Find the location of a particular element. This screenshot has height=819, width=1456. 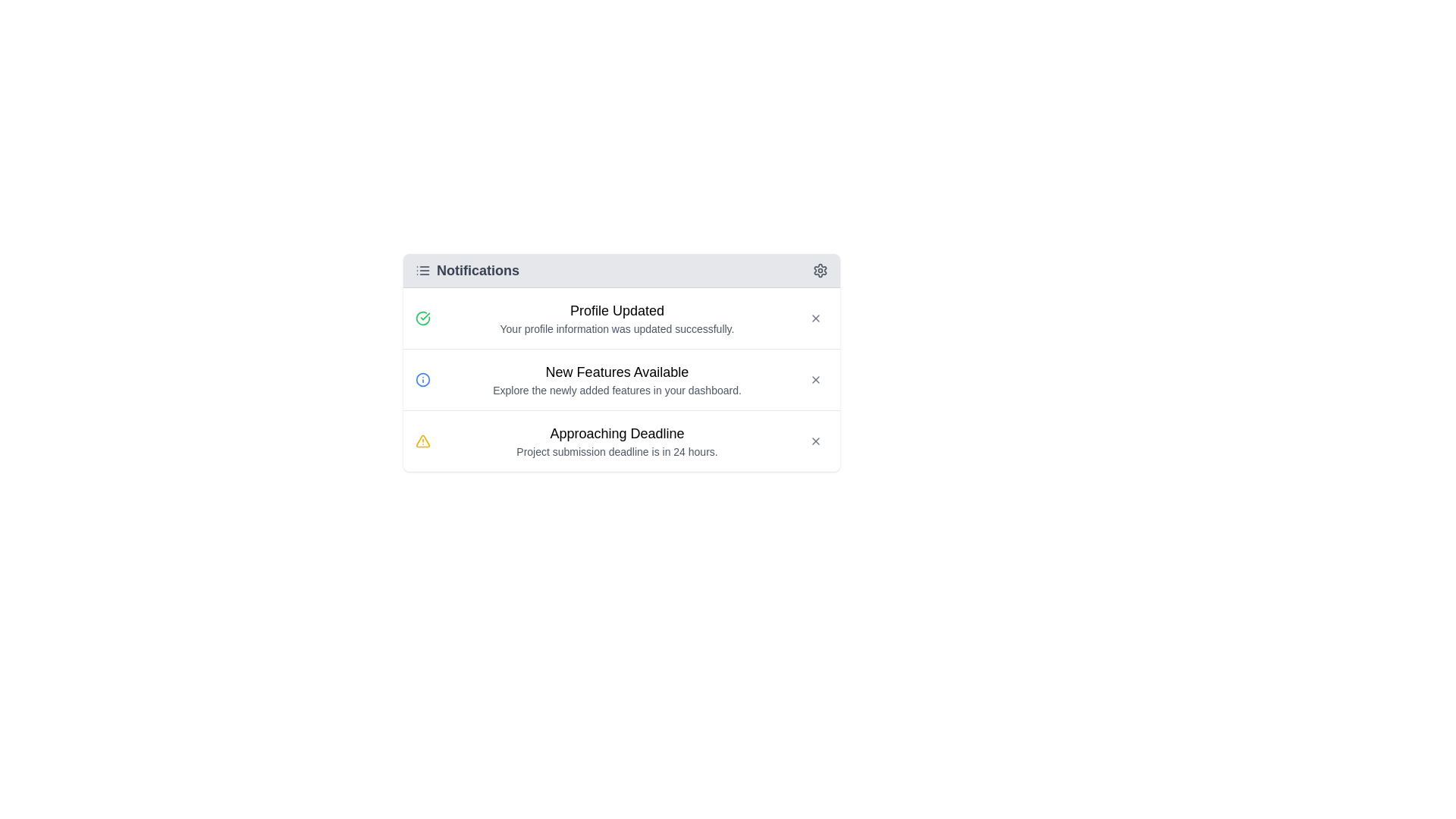

the 'X' icon button located on the far right of the 'Notifications' header is located at coordinates (814, 318).